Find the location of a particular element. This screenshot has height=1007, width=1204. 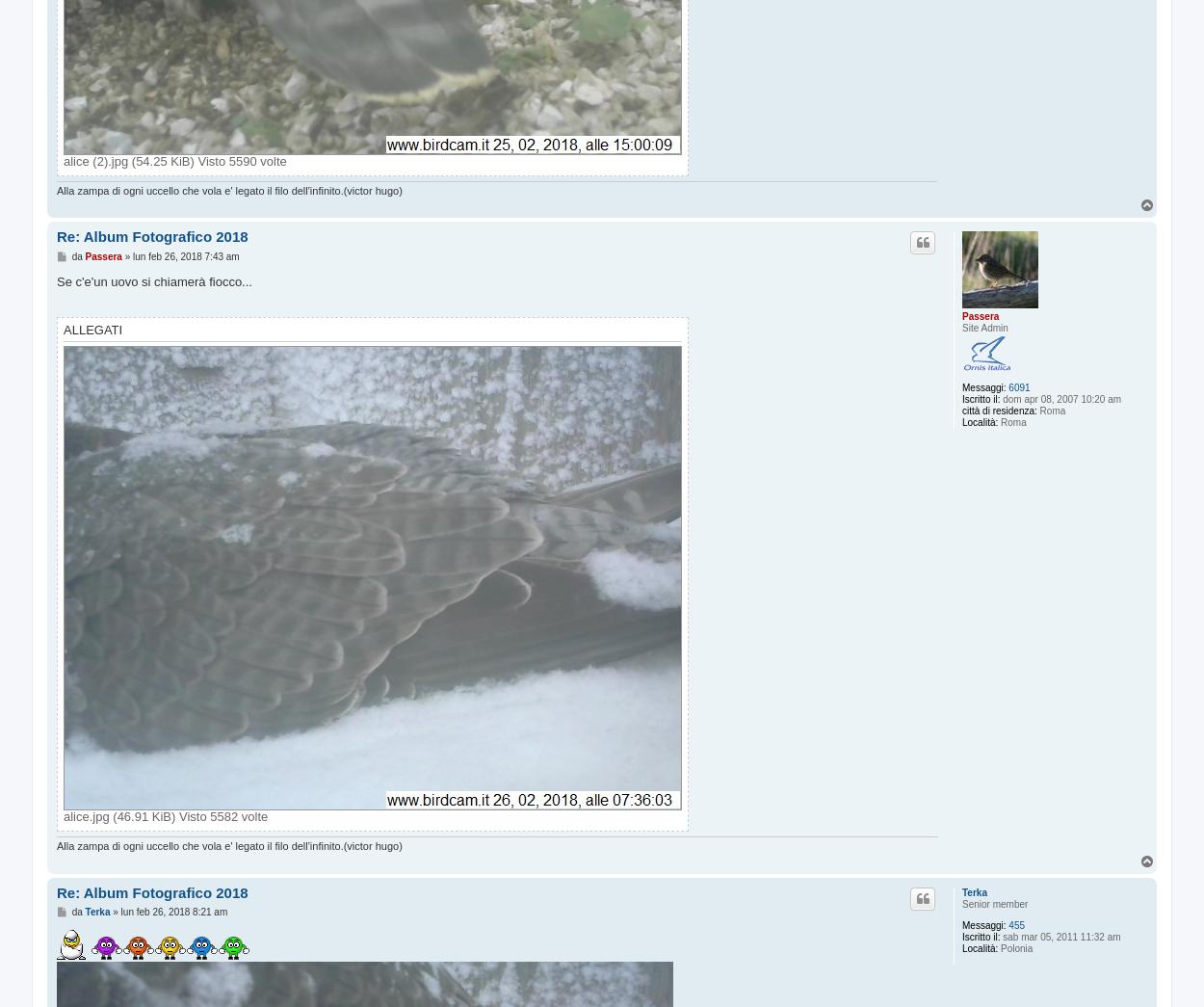

'Site Admin' is located at coordinates (961, 328).